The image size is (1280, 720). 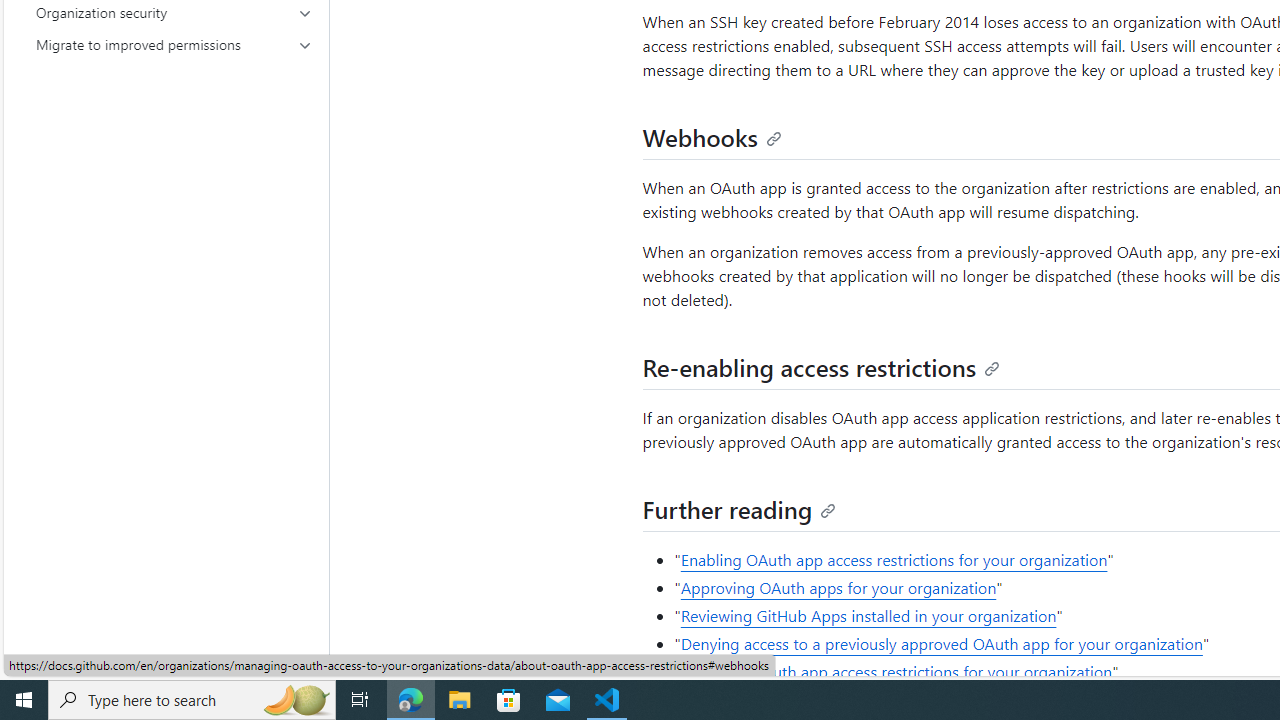 What do you see at coordinates (893, 559) in the screenshot?
I see `'Enabling OAuth app access restrictions for your organization'` at bounding box center [893, 559].